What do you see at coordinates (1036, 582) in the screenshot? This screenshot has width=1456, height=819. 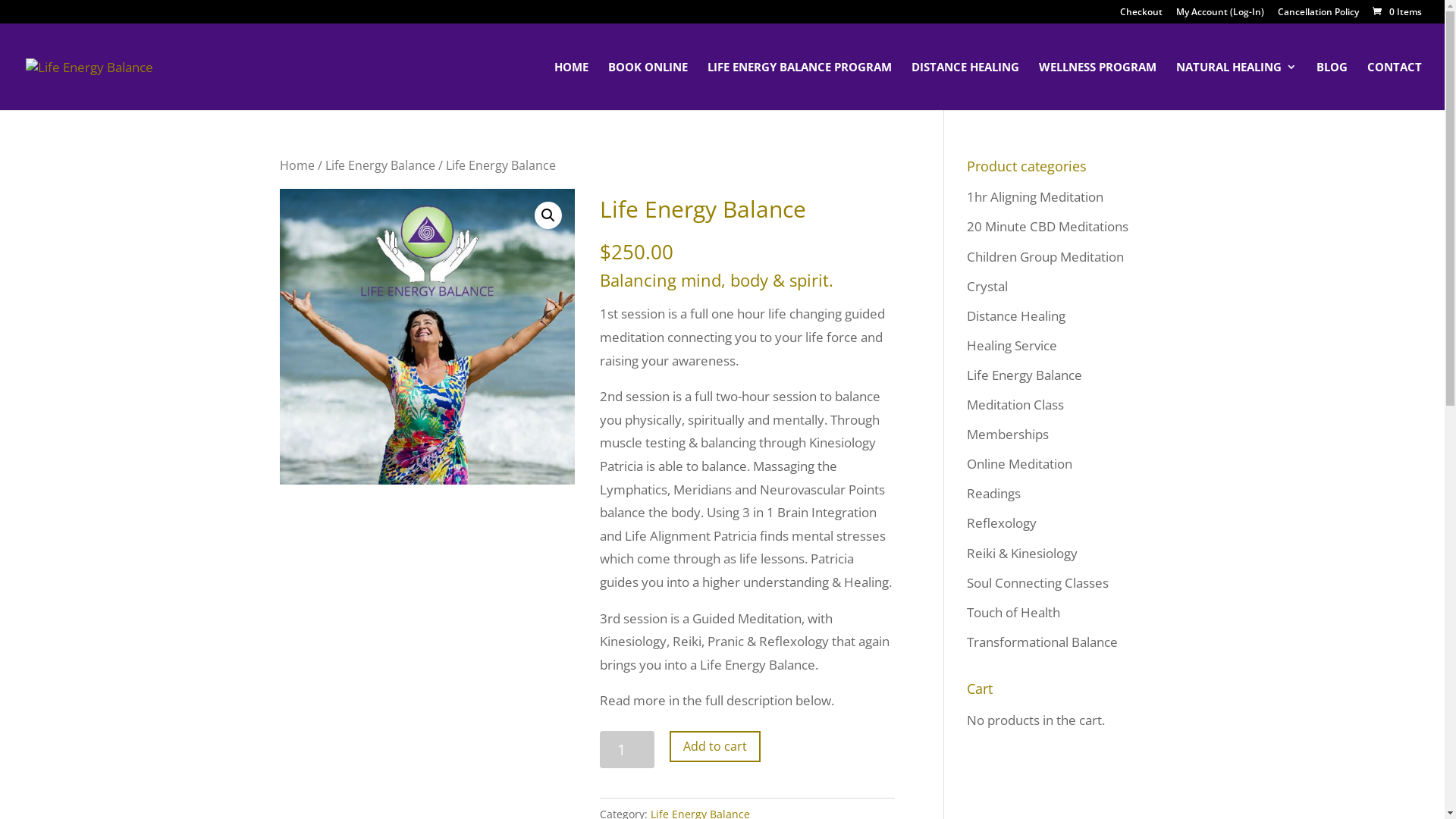 I see `'Soul Connecting Classes'` at bounding box center [1036, 582].